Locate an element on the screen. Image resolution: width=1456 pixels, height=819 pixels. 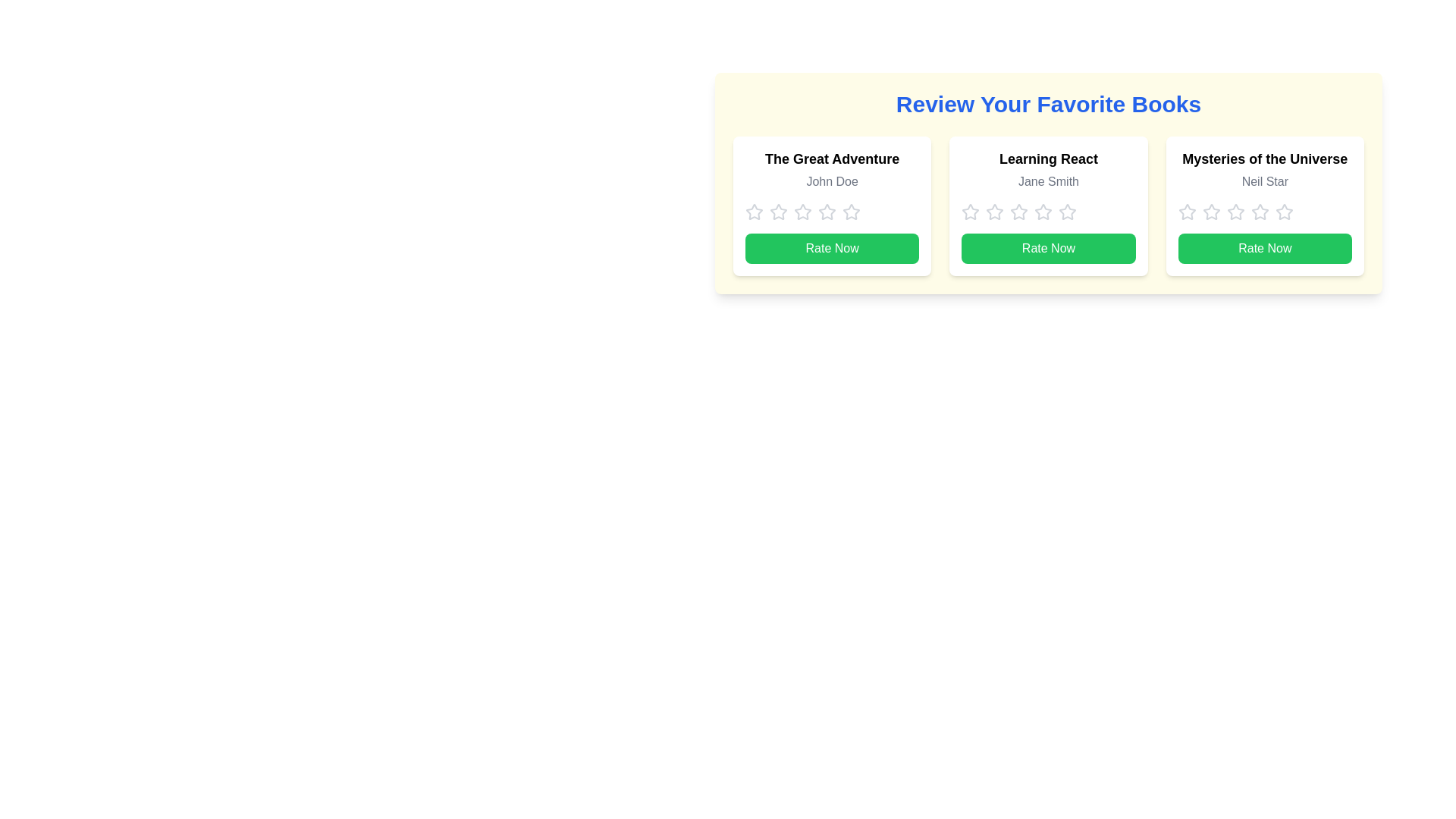
the fourth star icon is located at coordinates (852, 212).